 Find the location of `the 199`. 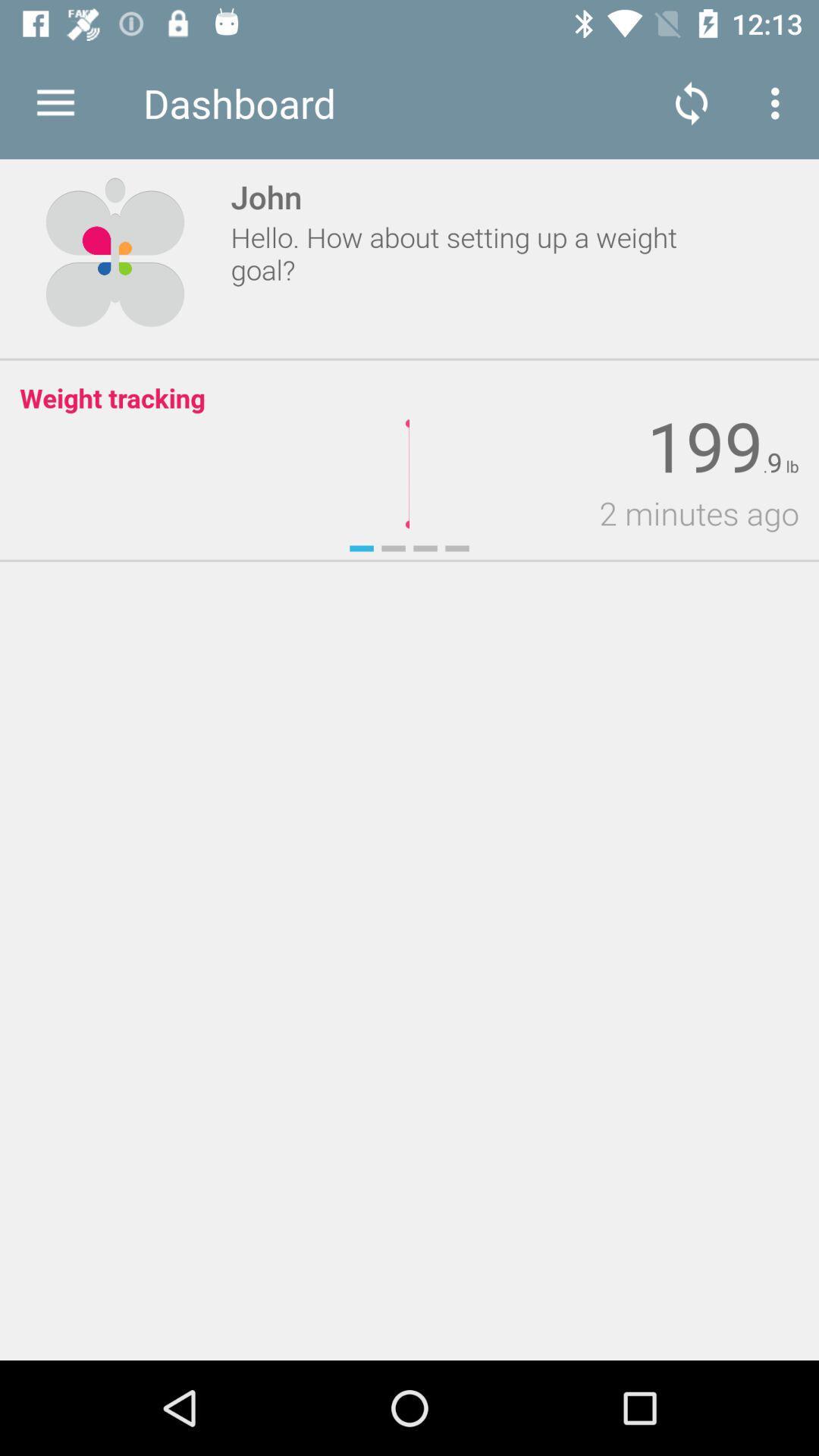

the 199 is located at coordinates (704, 447).